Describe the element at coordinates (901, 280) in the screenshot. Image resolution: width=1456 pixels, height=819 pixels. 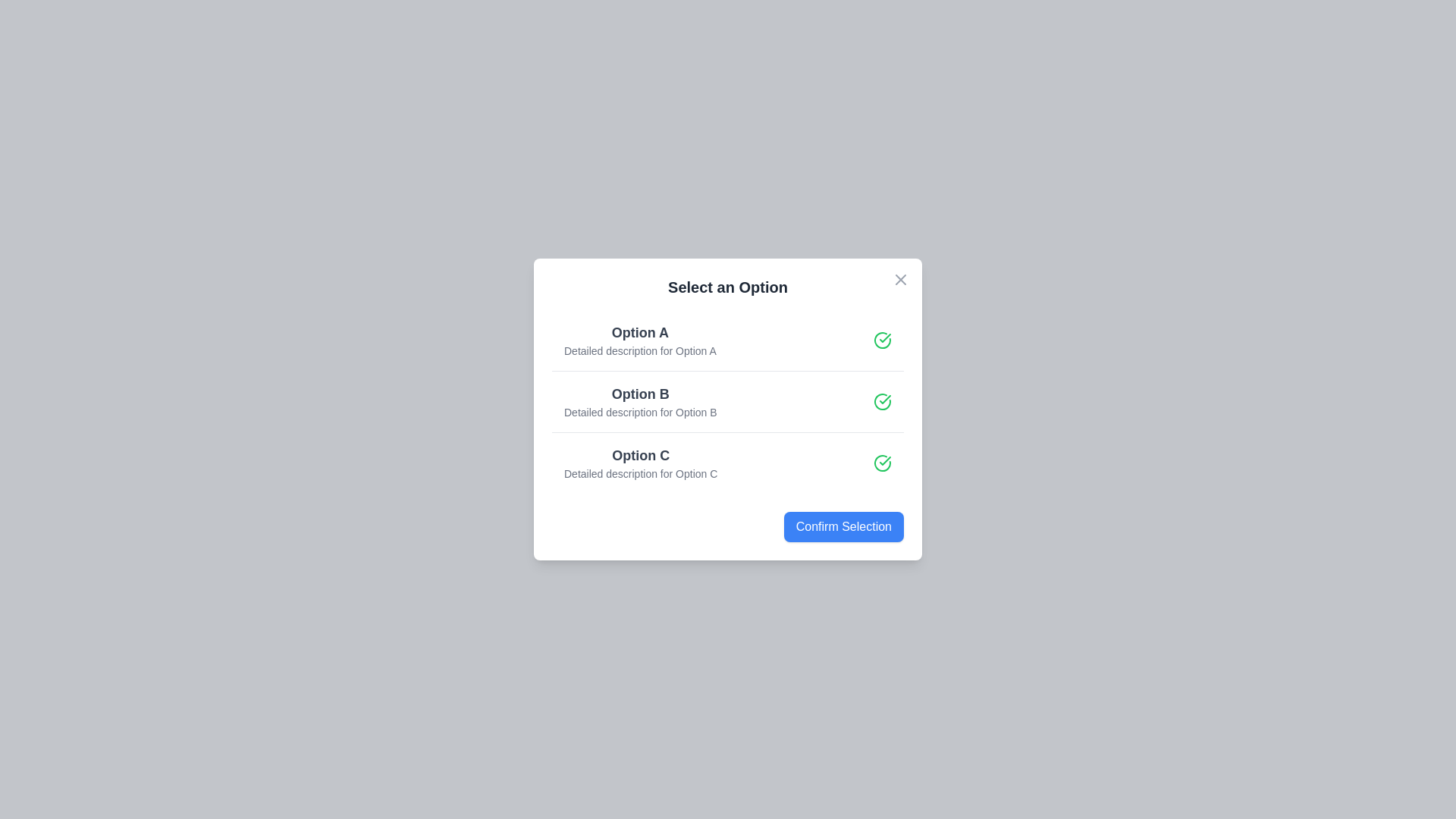
I see `the close button at the top-right corner of the dialog` at that location.